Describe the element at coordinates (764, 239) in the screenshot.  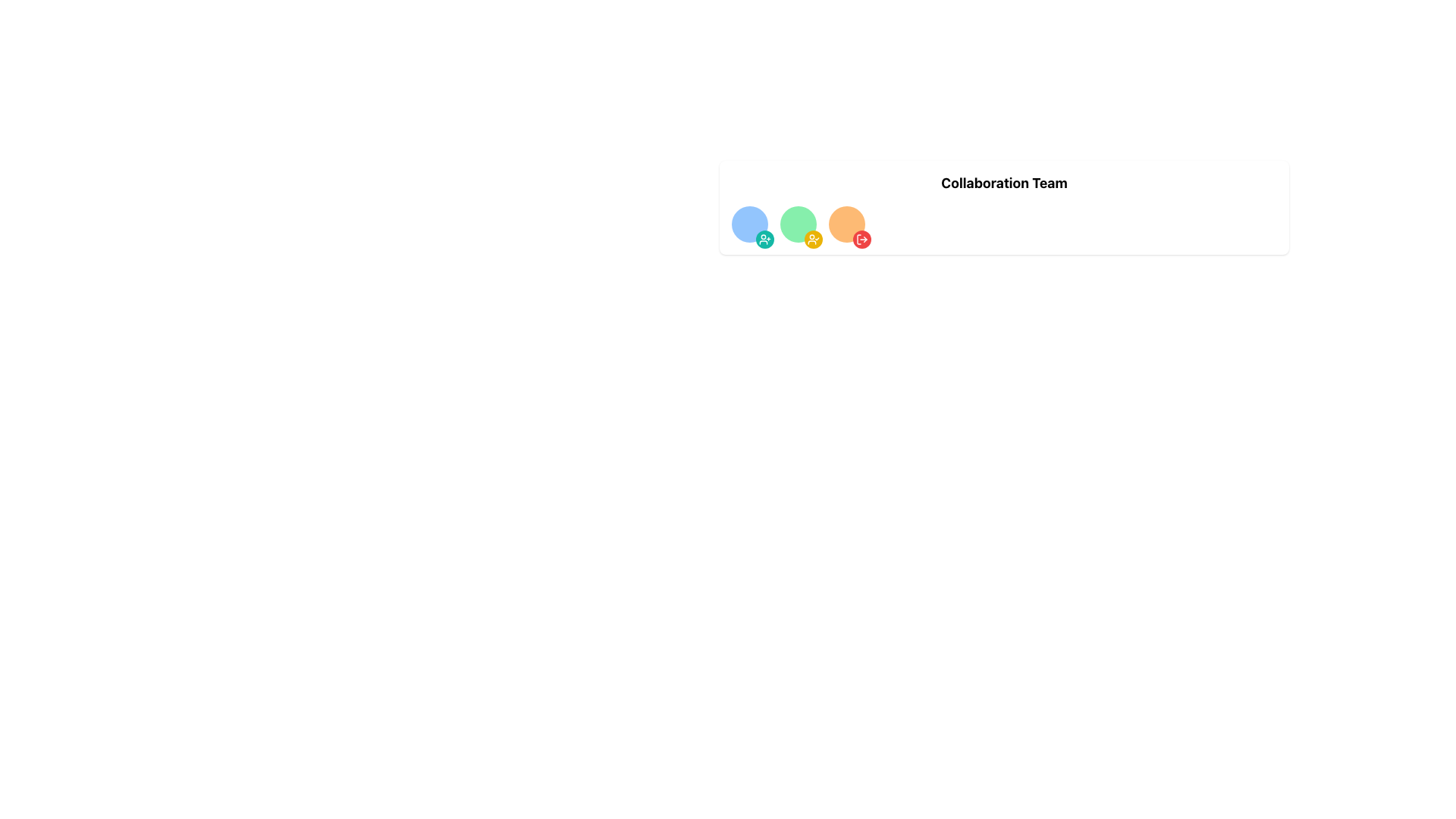
I see `the user icon with a white outline and '+' sign on a teal circular background, positioned as the third icon from the left in a horizontal sequence of four icons, for accessibility purposes` at that location.